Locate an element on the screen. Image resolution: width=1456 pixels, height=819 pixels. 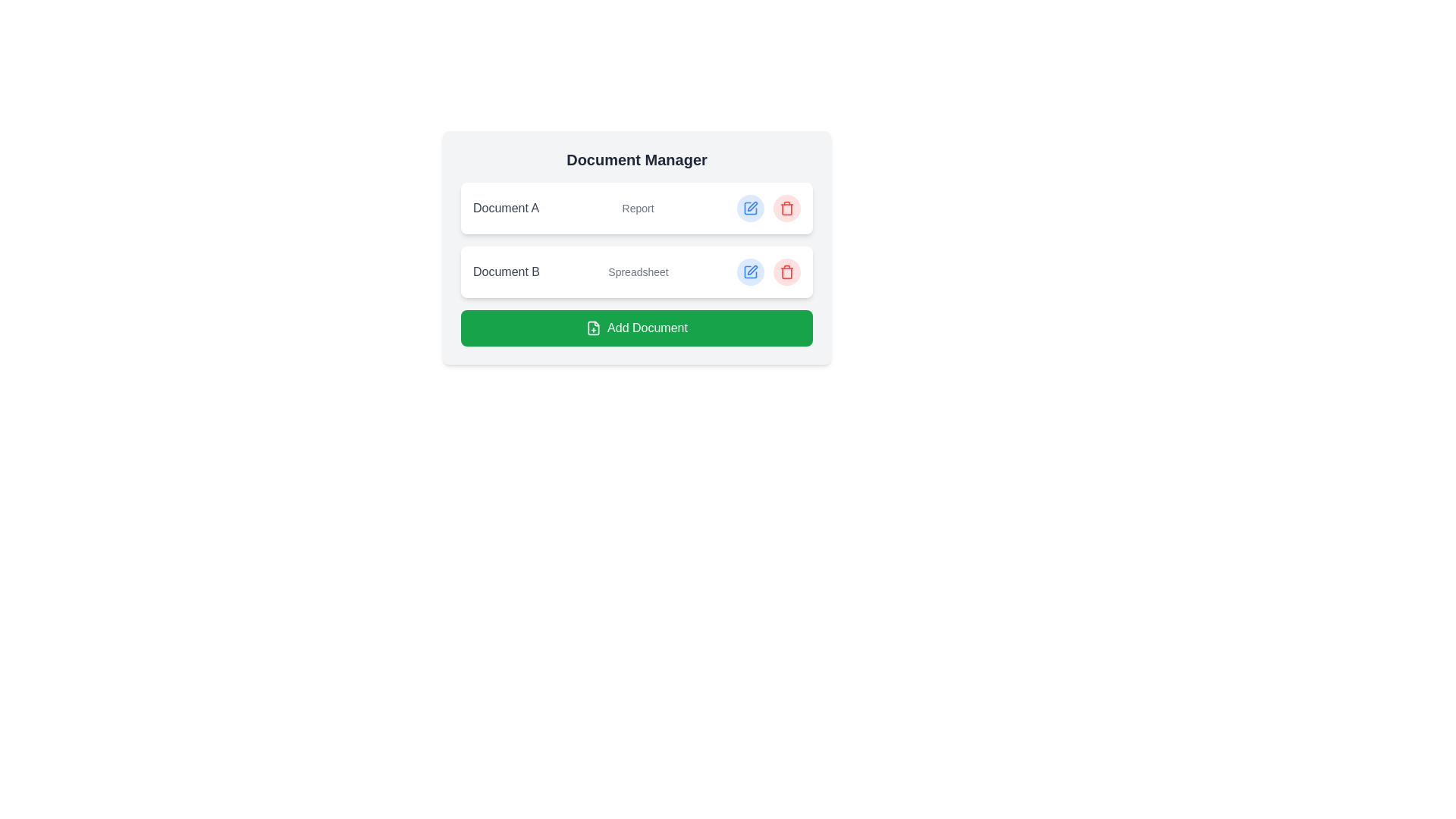
the delete icon located within the 'Document A' row, which is nested within a red circular button on the right-hand side of the row is located at coordinates (786, 208).